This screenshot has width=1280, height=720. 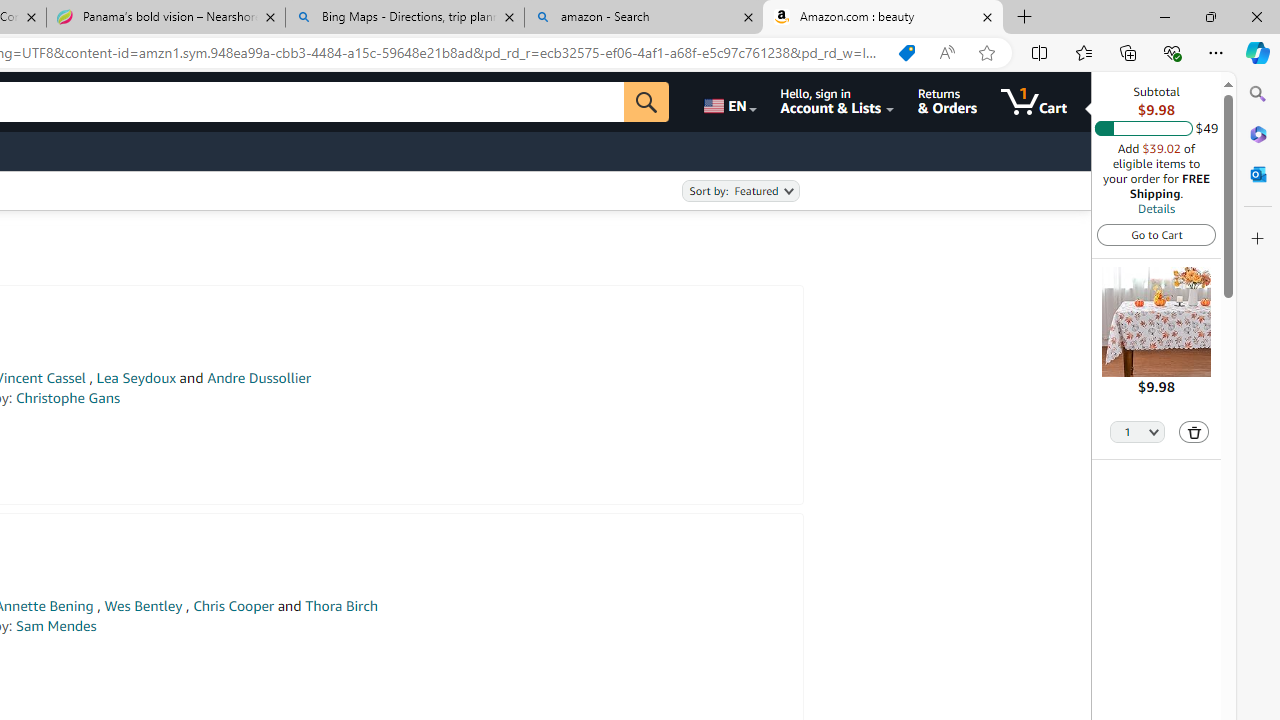 I want to click on 'Amazon.com : beauty', so click(x=882, y=17).